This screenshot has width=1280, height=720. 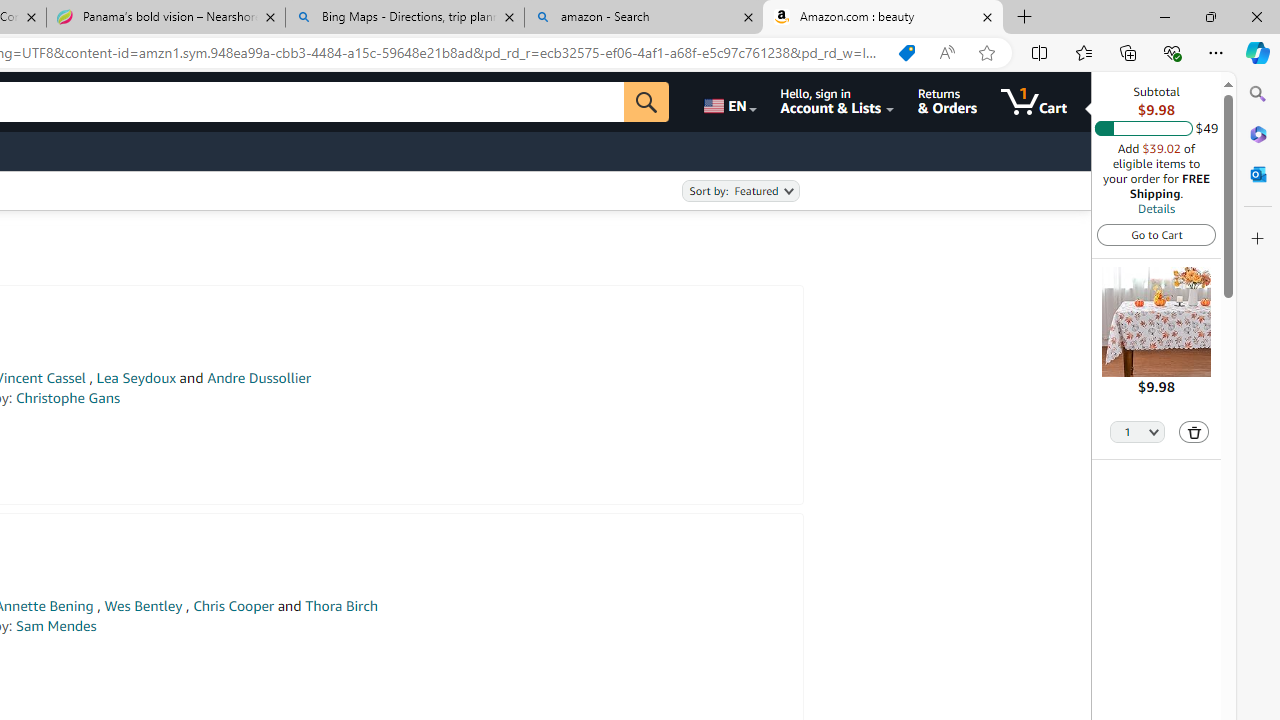 I want to click on 'Amazon.com : beauty', so click(x=882, y=17).